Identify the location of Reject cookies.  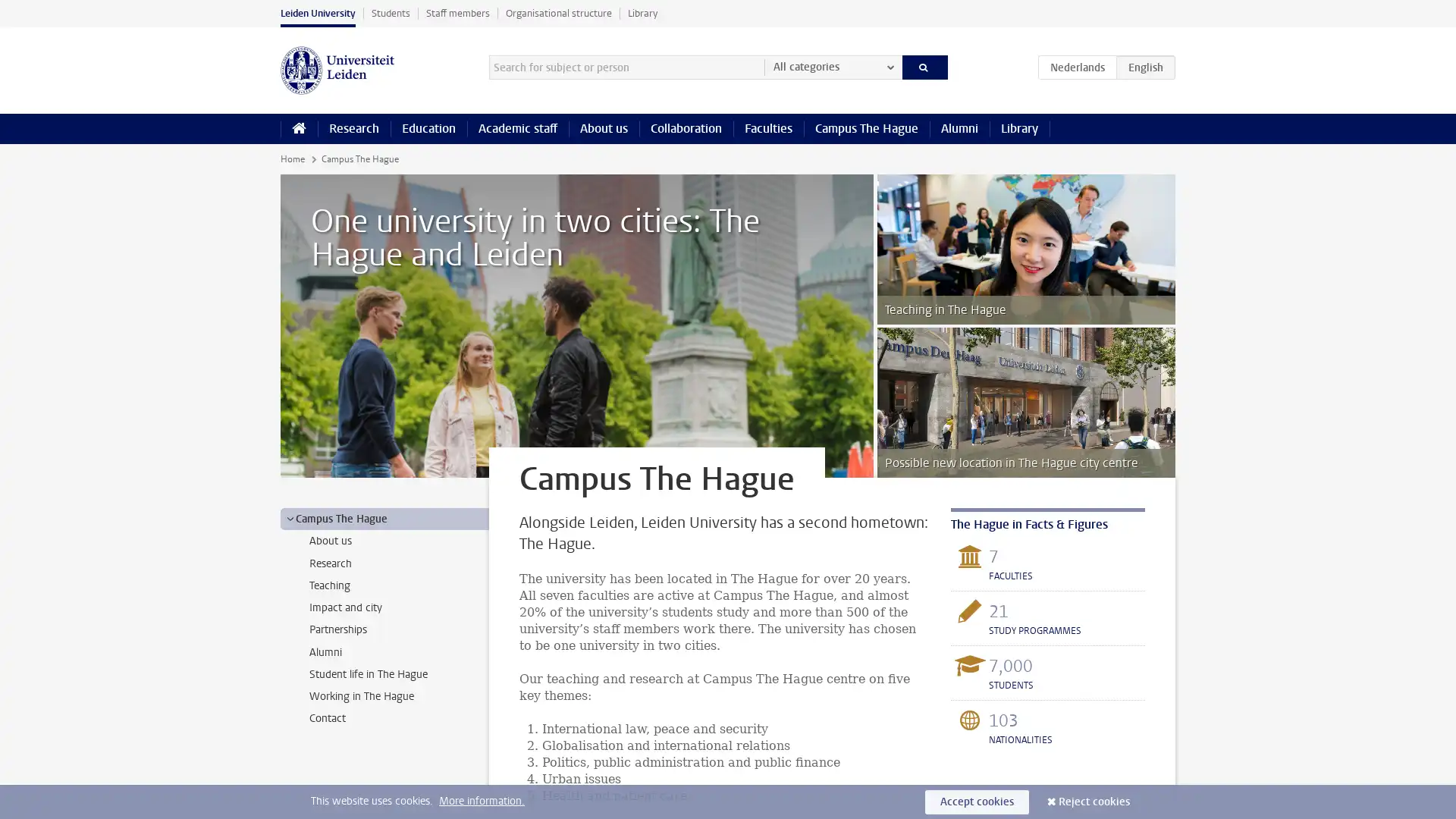
(1094, 801).